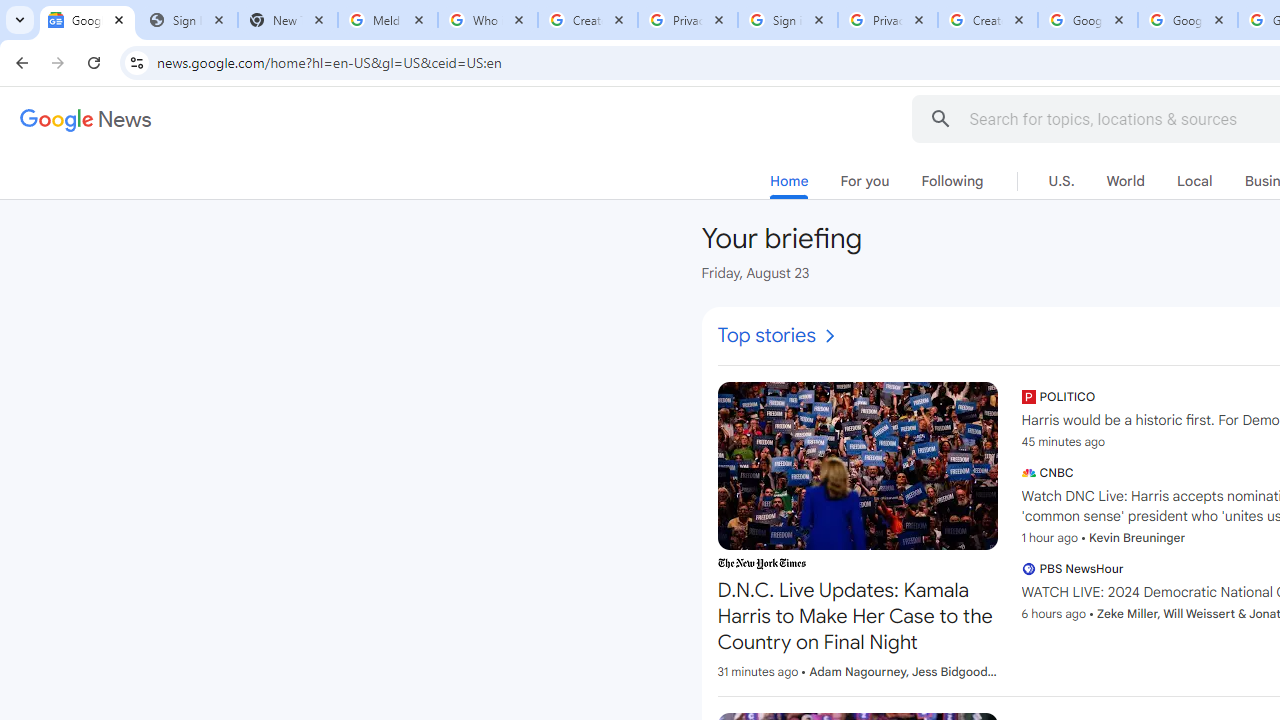 Image resolution: width=1280 pixels, height=720 pixels. What do you see at coordinates (864, 181) in the screenshot?
I see `'For you'` at bounding box center [864, 181].